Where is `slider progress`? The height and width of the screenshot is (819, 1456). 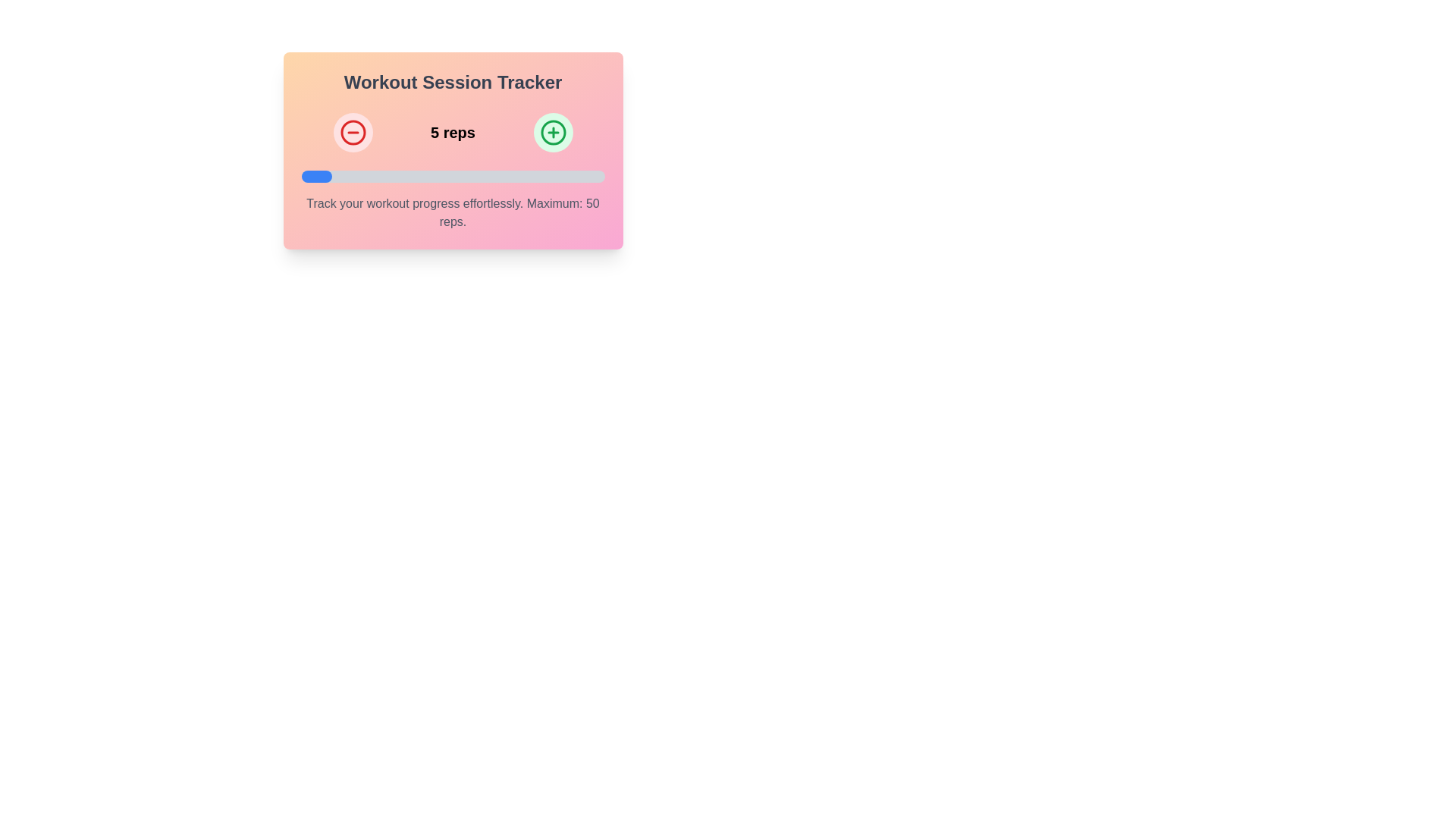 slider progress is located at coordinates (467, 175).